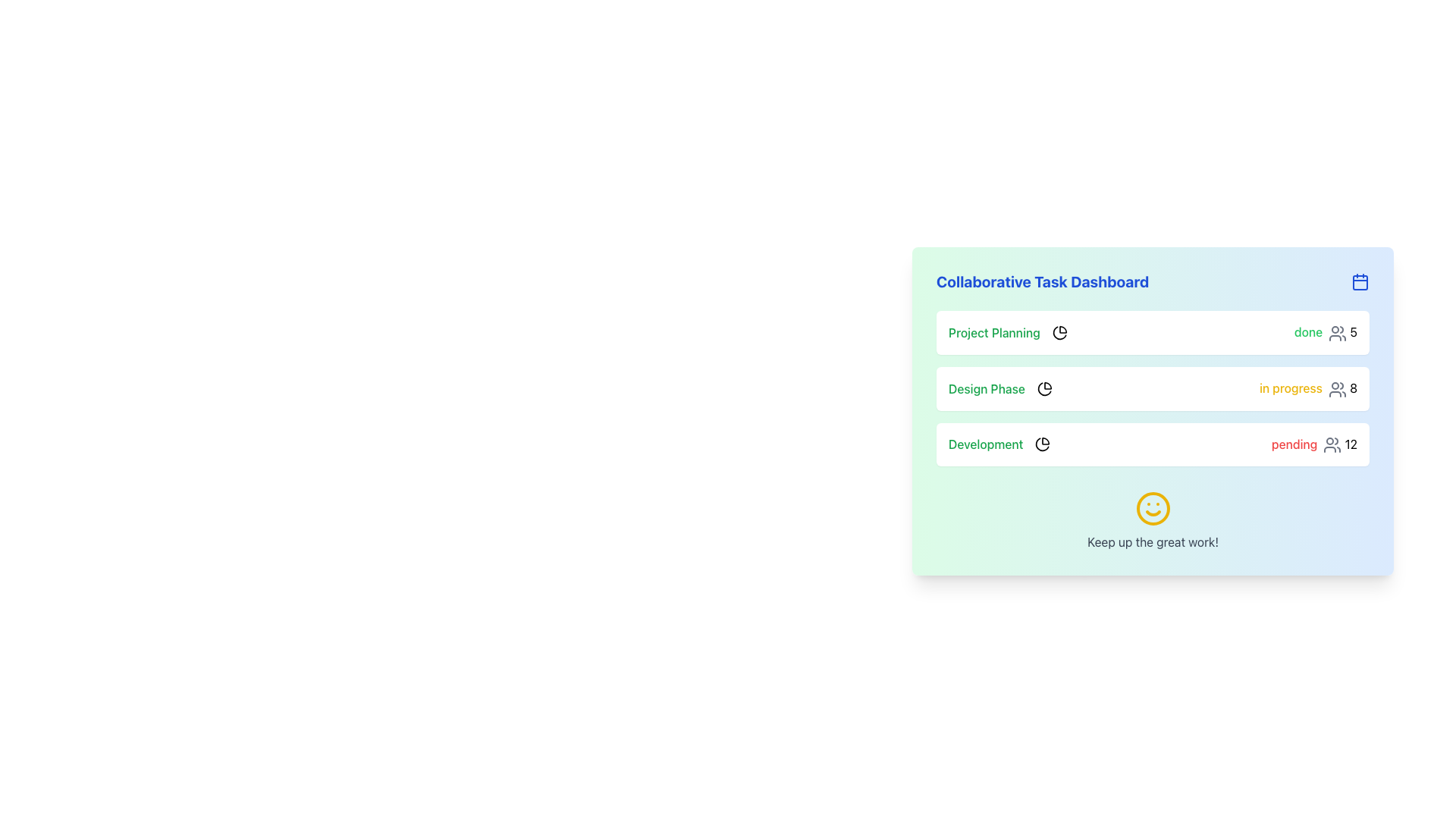 The image size is (1456, 819). What do you see at coordinates (1360, 281) in the screenshot?
I see `the calendar icon located to the right of the 'Collaborative Task Dashboard' title` at bounding box center [1360, 281].